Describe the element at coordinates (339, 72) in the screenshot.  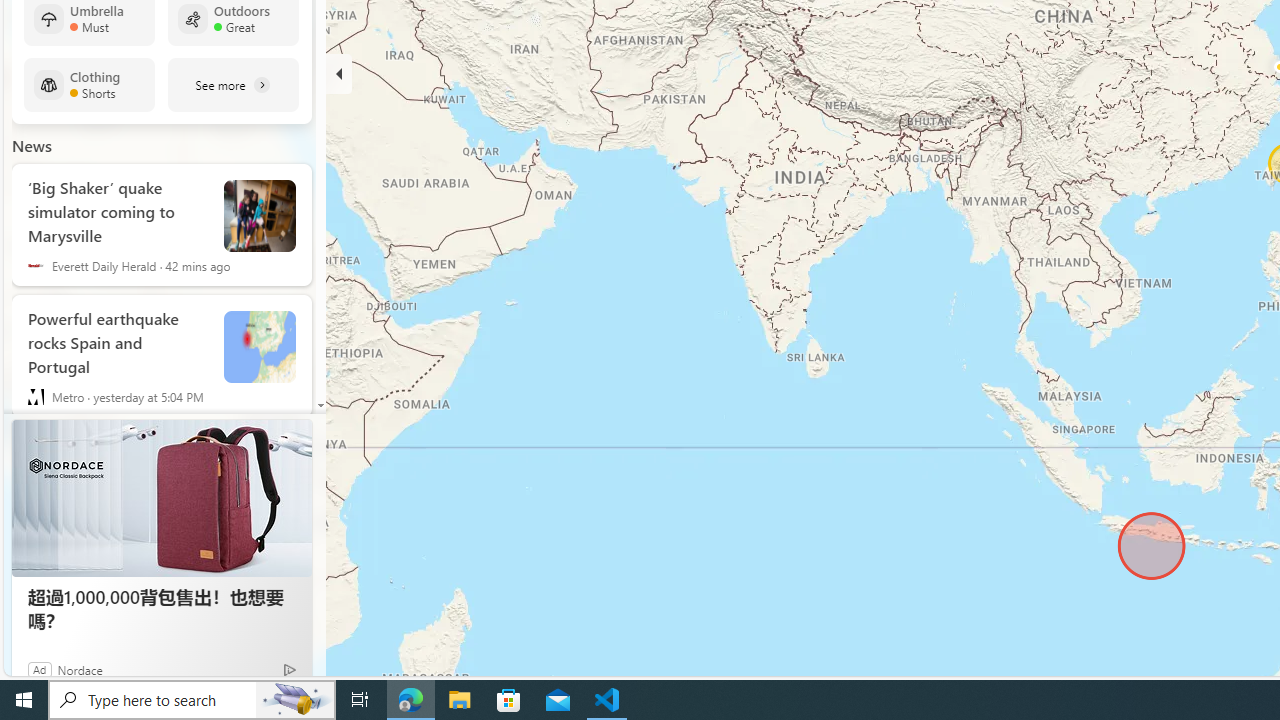
I see `'Hide'` at that location.